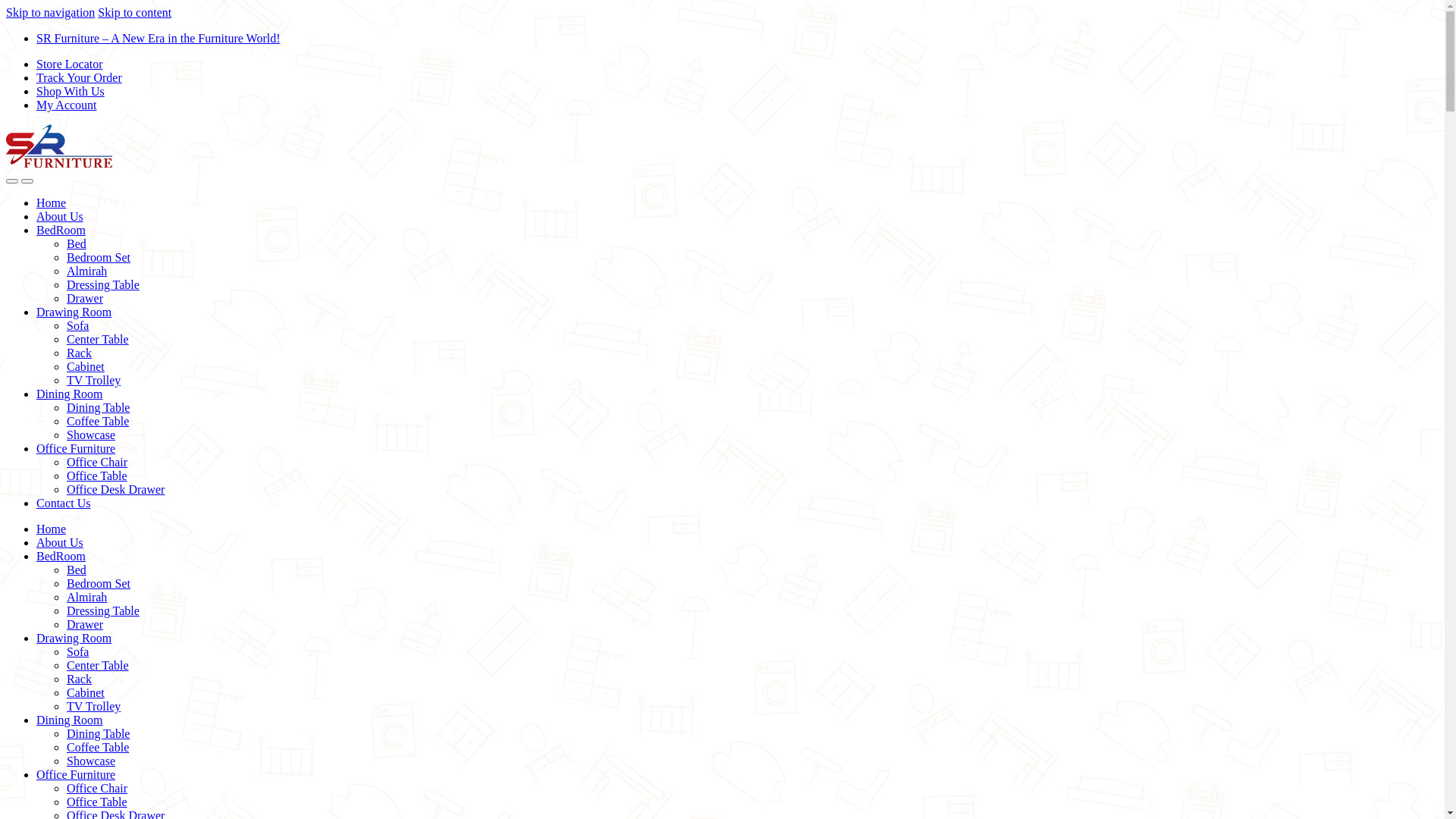  Describe the element at coordinates (65, 582) in the screenshot. I see `'Bedroom Set'` at that location.